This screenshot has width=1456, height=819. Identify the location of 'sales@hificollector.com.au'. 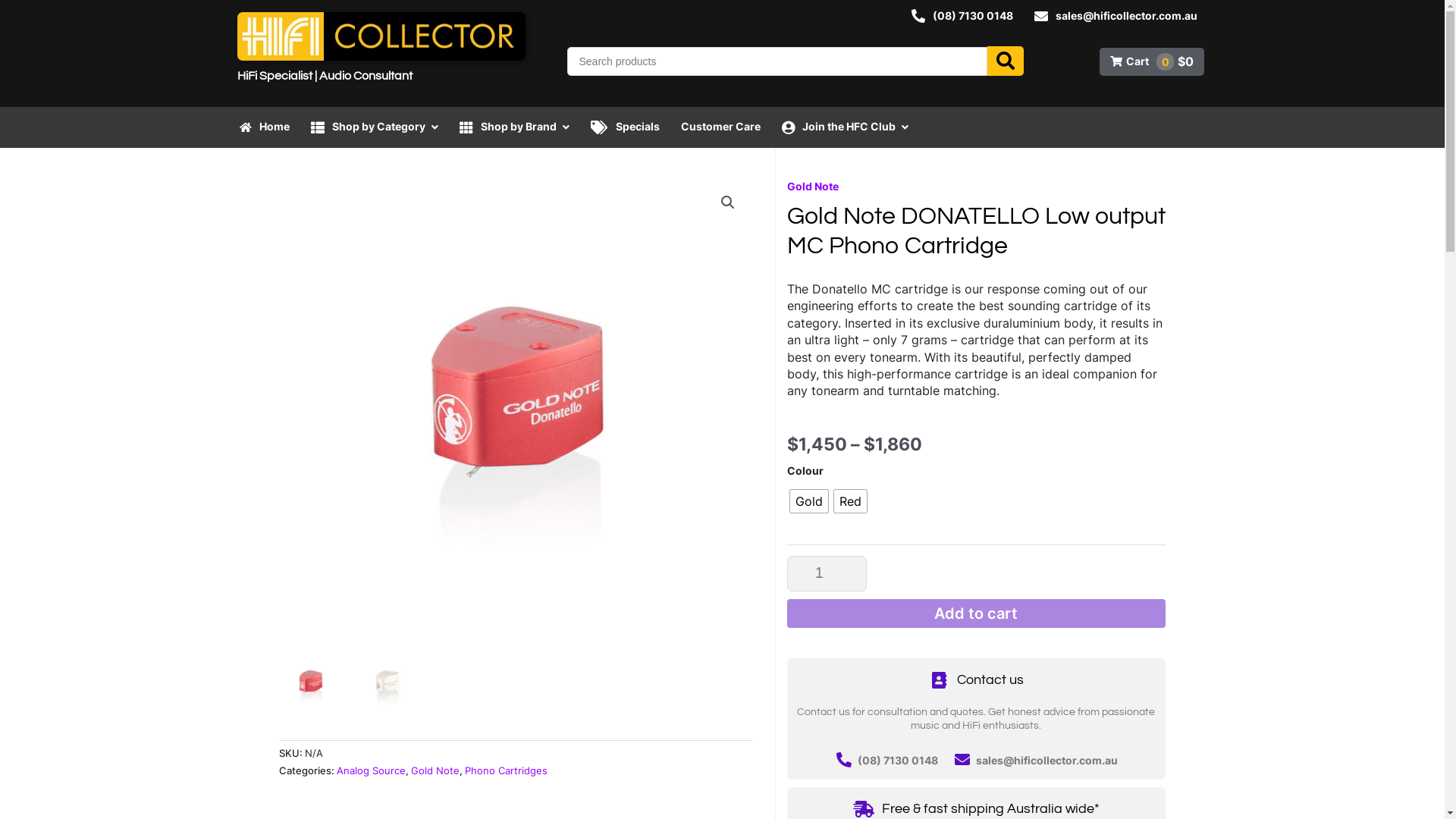
(975, 760).